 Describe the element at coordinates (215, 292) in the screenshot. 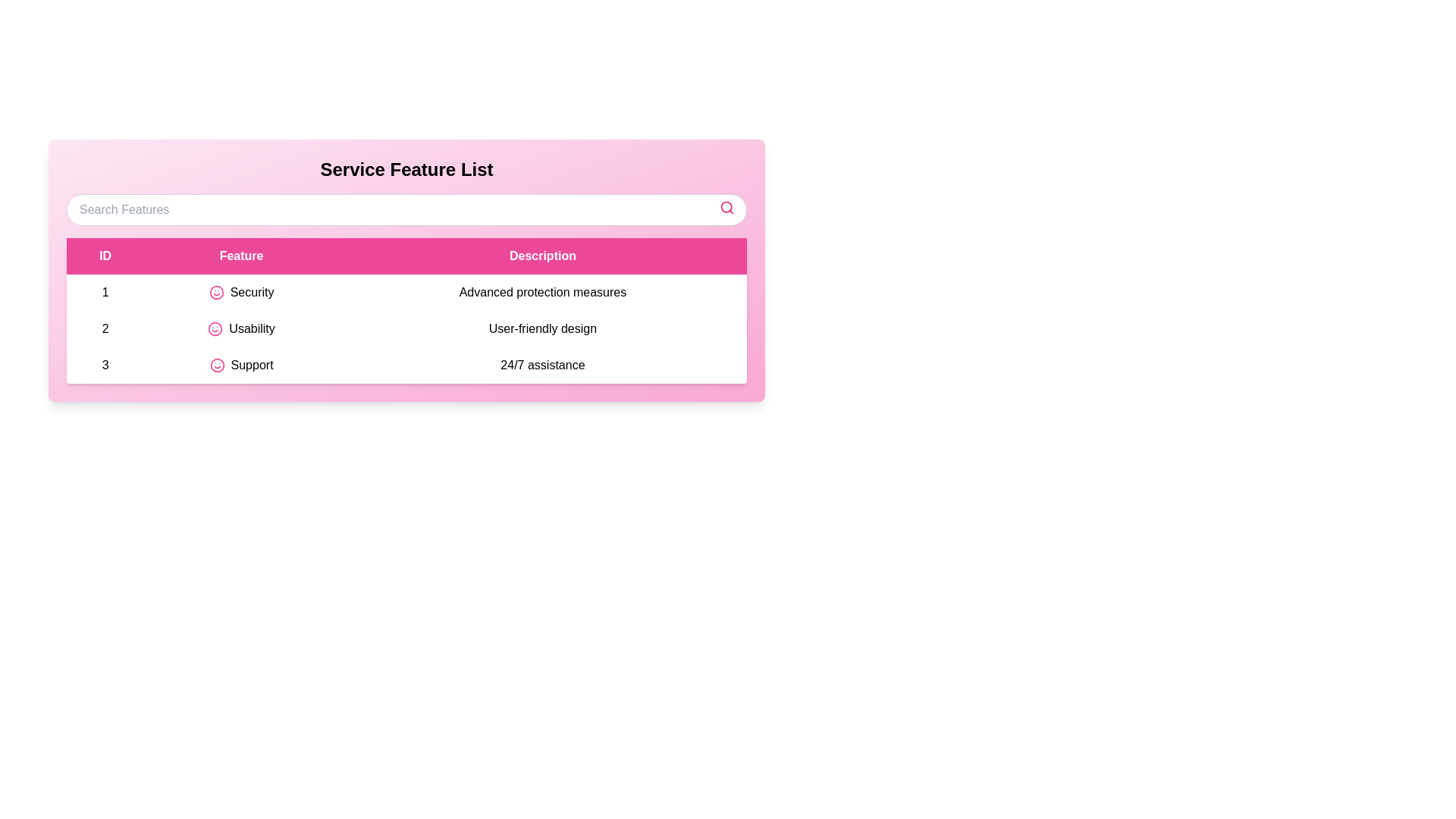

I see `the smiley icon corresponding to the feature Security` at that location.